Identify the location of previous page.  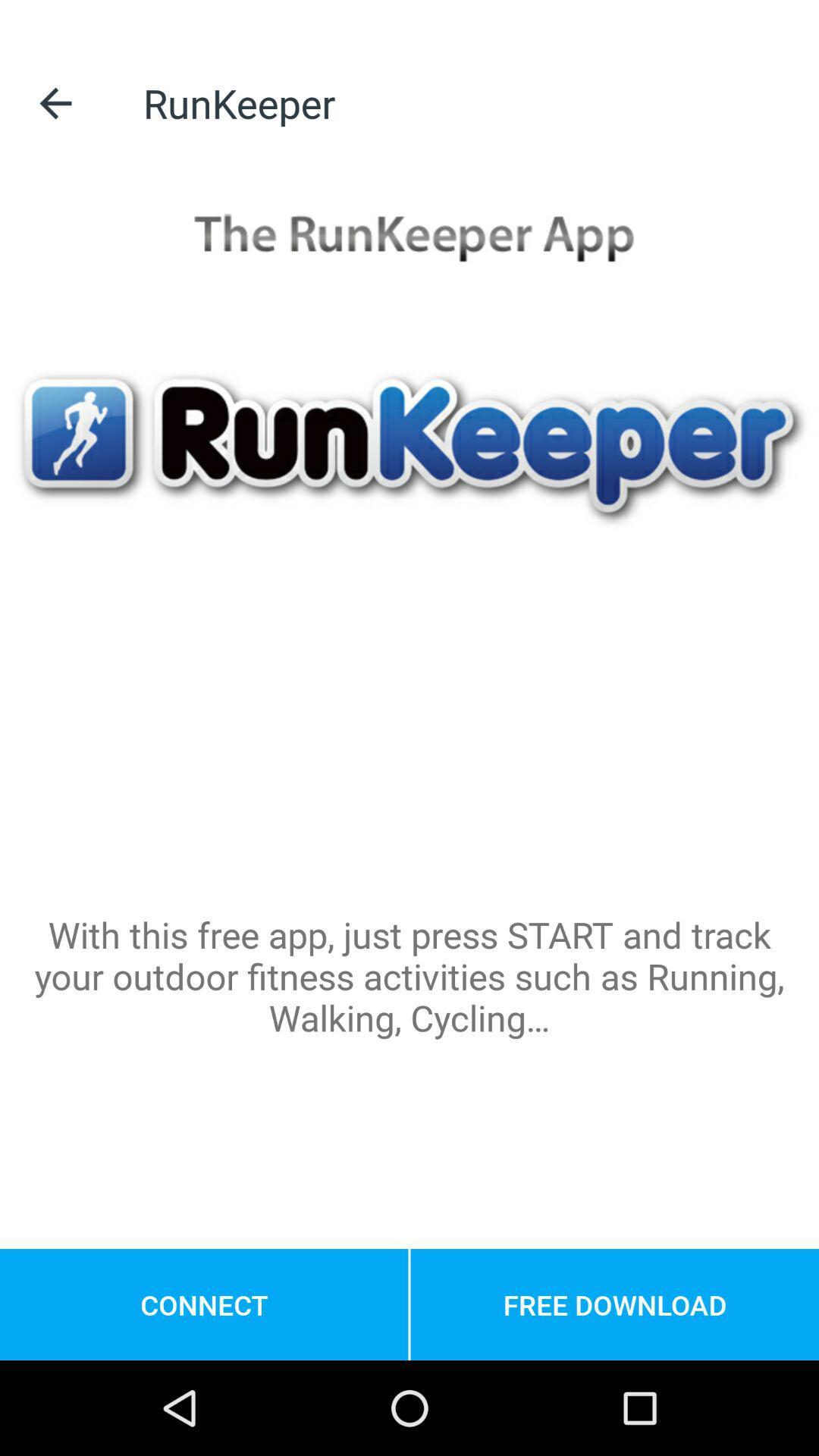
(55, 102).